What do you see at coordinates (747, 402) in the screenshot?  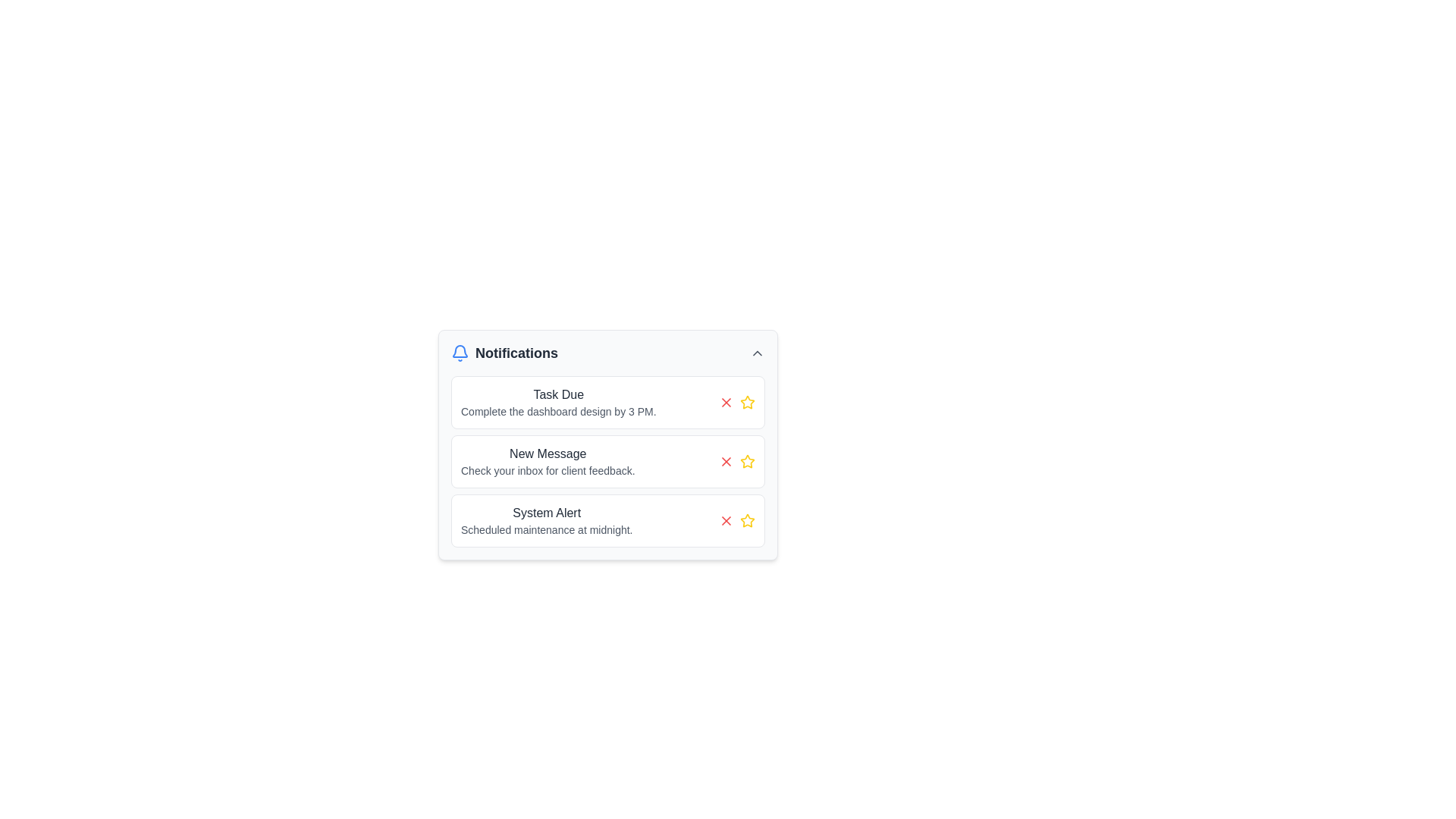 I see `the interactive star icon button to mark the notification titled 'Task Due' as a favorite` at bounding box center [747, 402].